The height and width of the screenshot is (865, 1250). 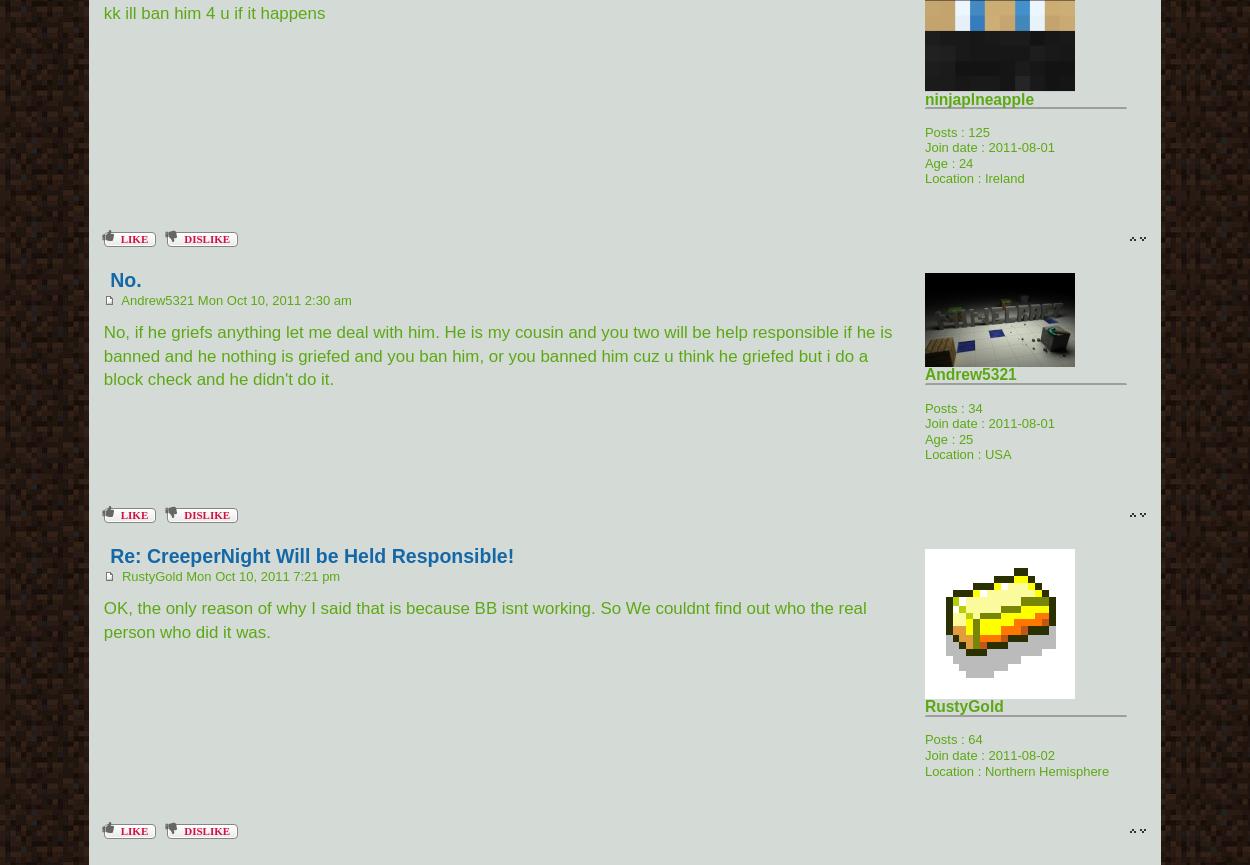 What do you see at coordinates (964, 161) in the screenshot?
I see `'24'` at bounding box center [964, 161].